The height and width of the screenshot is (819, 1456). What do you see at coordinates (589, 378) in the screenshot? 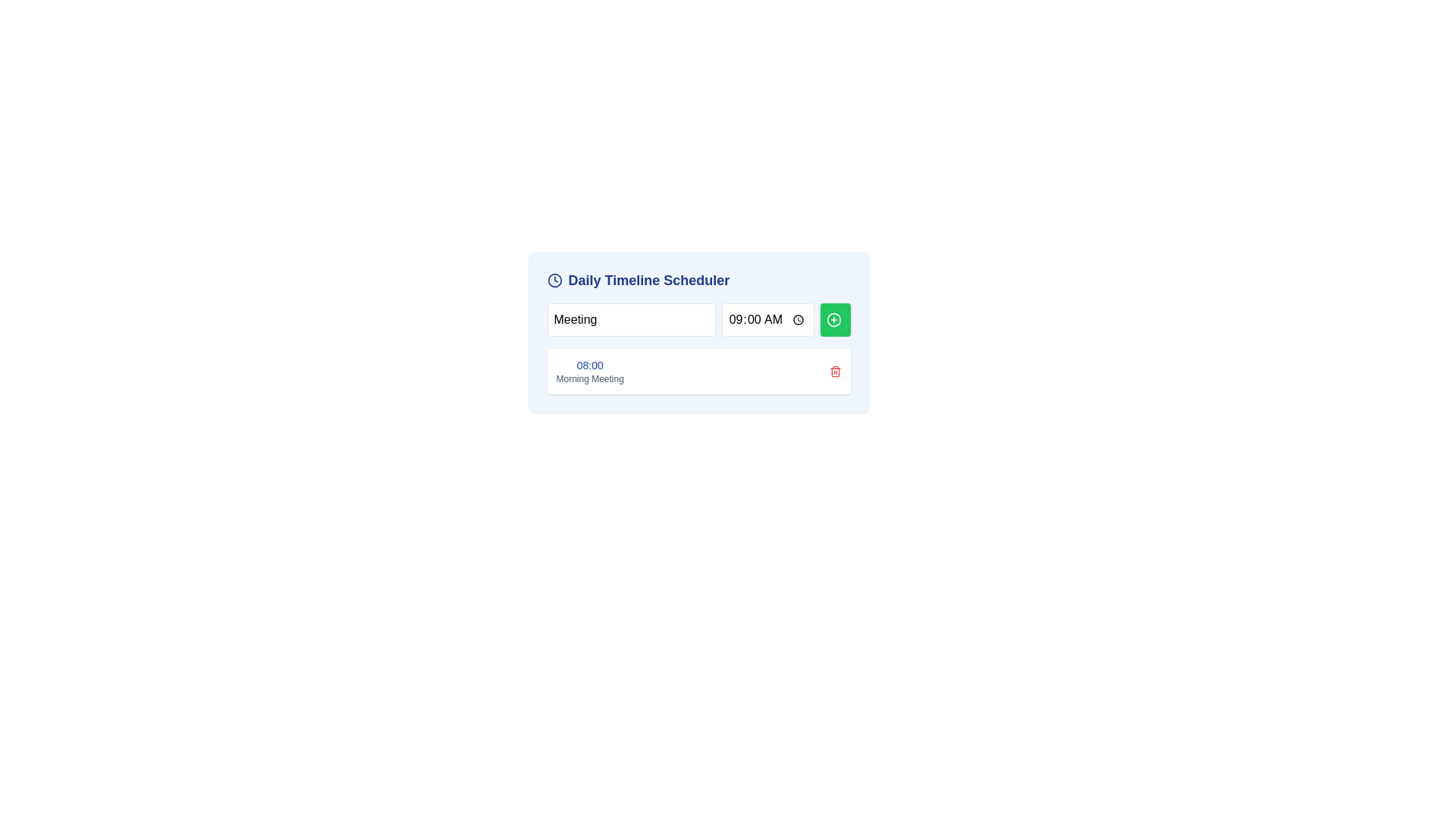
I see `the text label displaying 'Morning Meeting', which is styled in small gray font and positioned below the blue time label '08:00' within the timeline entry block` at bounding box center [589, 378].